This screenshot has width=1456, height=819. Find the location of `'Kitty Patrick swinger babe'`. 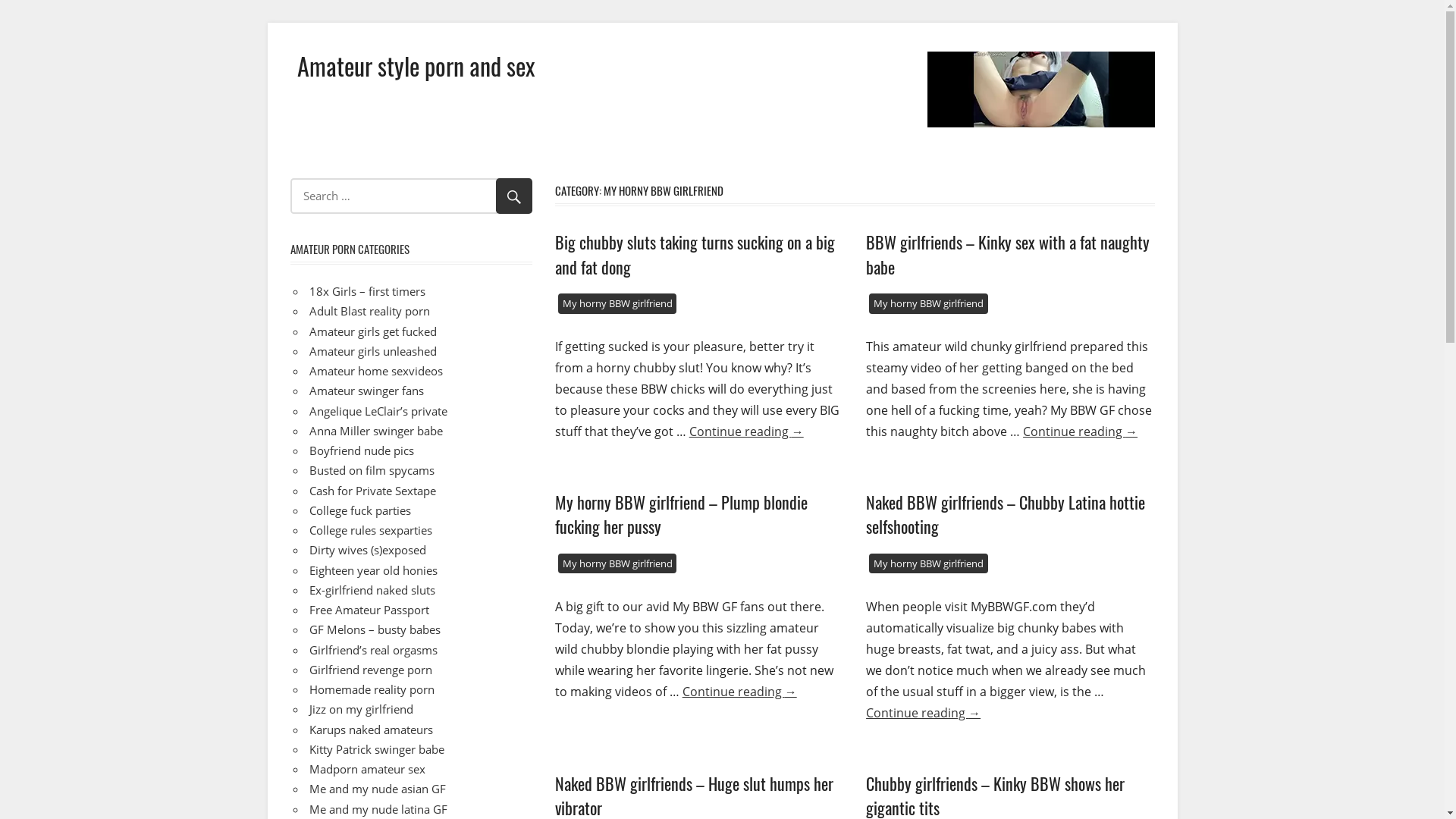

'Kitty Patrick swinger babe' is located at coordinates (377, 748).